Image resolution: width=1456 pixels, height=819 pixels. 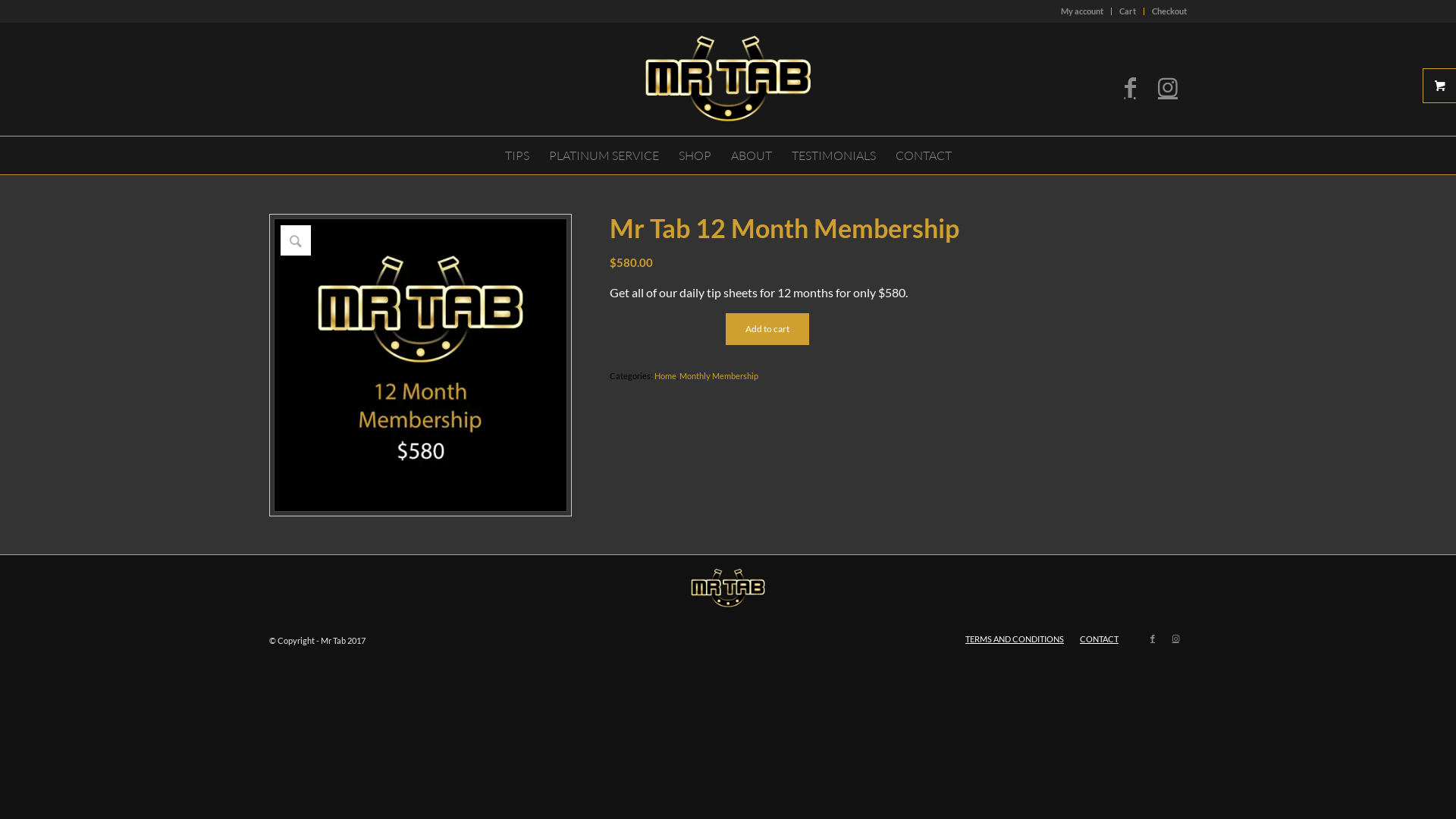 What do you see at coordinates (1128, 11) in the screenshot?
I see `'Cart'` at bounding box center [1128, 11].